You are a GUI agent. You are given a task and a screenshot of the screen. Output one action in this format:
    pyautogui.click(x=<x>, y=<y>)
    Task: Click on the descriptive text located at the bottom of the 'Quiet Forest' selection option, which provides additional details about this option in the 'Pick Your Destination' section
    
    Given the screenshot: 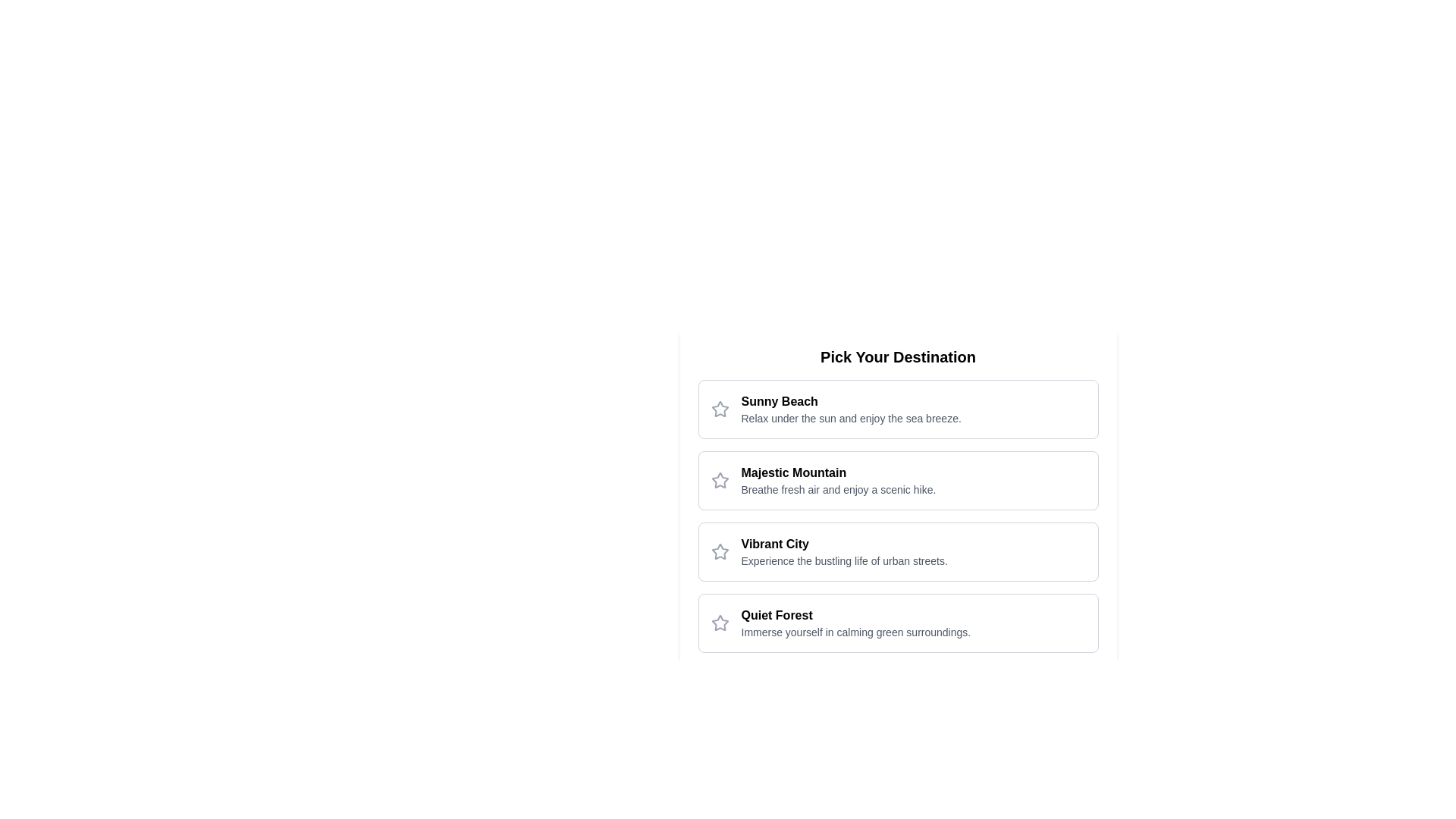 What is the action you would take?
    pyautogui.click(x=855, y=632)
    